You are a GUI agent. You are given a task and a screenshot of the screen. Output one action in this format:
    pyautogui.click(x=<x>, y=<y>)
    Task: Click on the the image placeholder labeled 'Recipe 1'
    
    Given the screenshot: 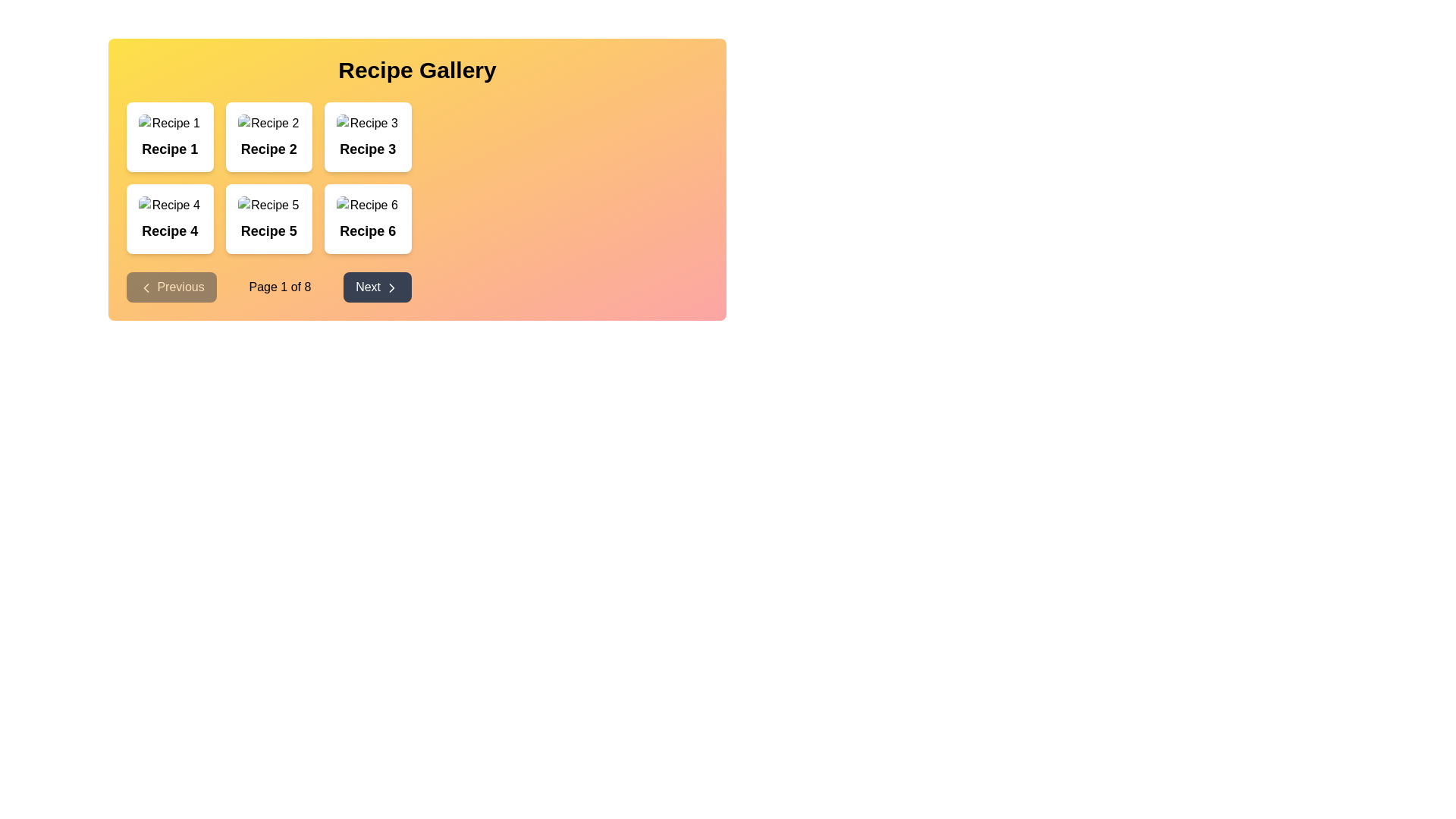 What is the action you would take?
    pyautogui.click(x=170, y=122)
    